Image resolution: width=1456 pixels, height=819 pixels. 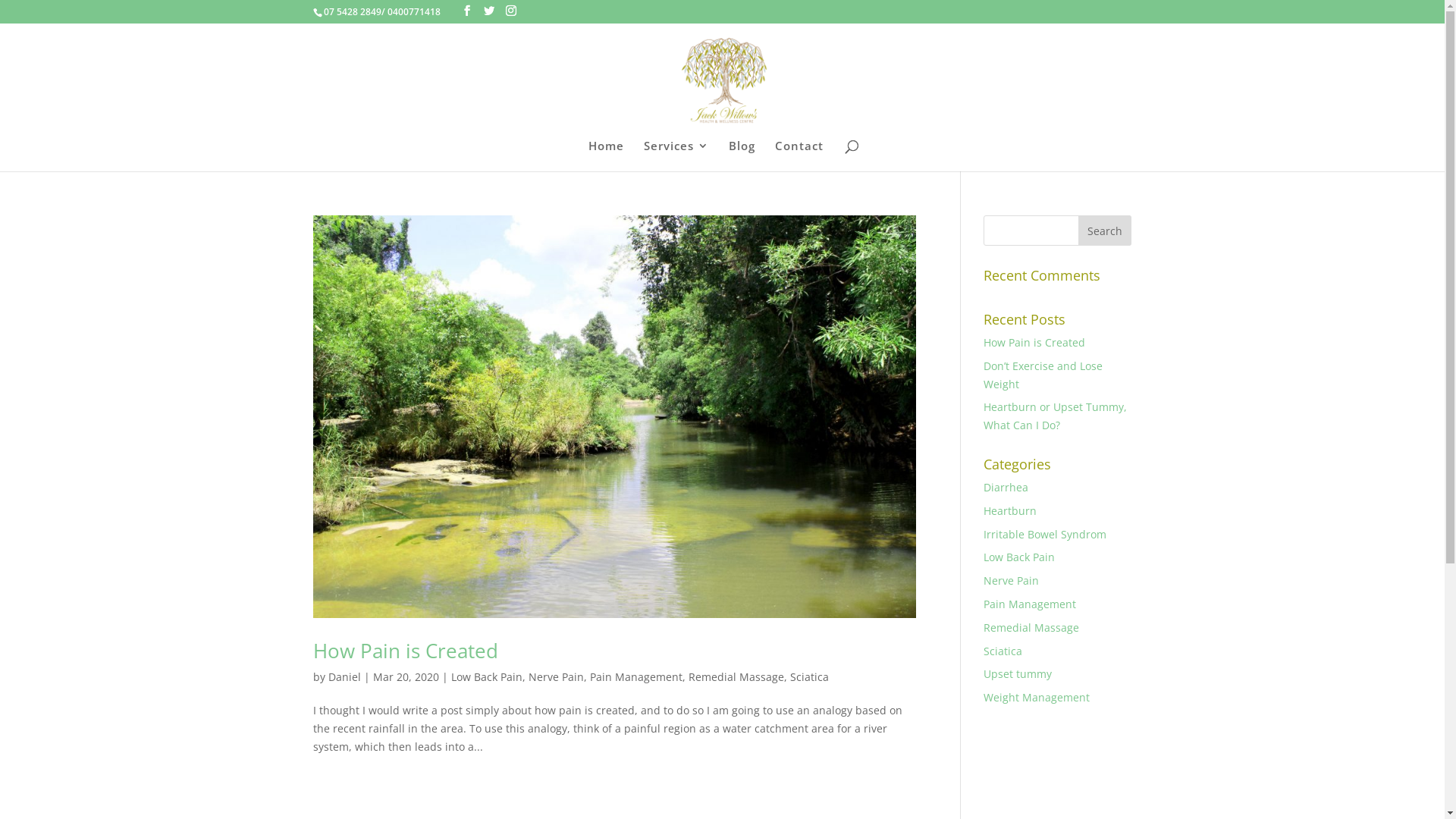 I want to click on 'Sciatica', so click(x=1003, y=650).